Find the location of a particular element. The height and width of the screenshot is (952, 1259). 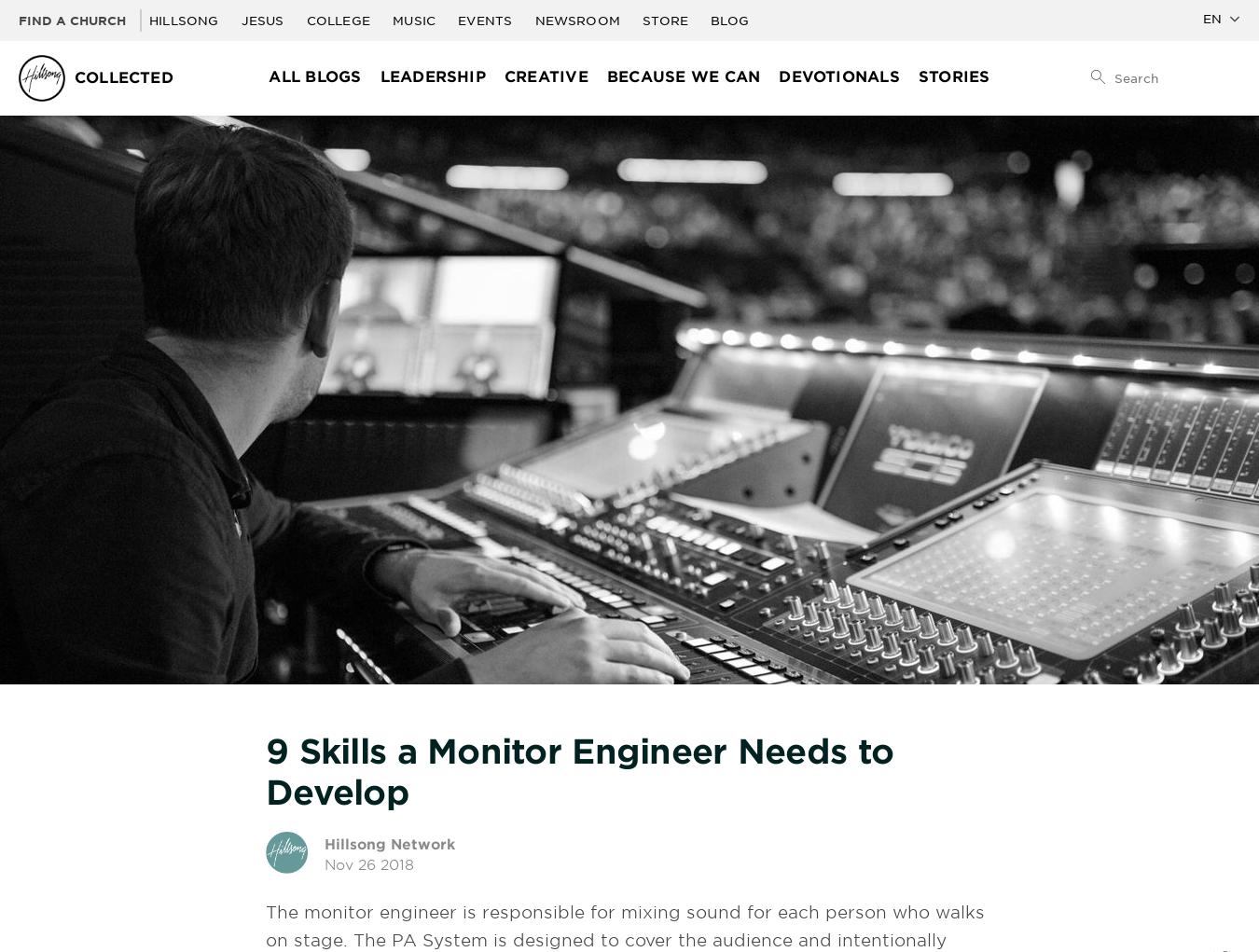

'Collected' is located at coordinates (123, 76).